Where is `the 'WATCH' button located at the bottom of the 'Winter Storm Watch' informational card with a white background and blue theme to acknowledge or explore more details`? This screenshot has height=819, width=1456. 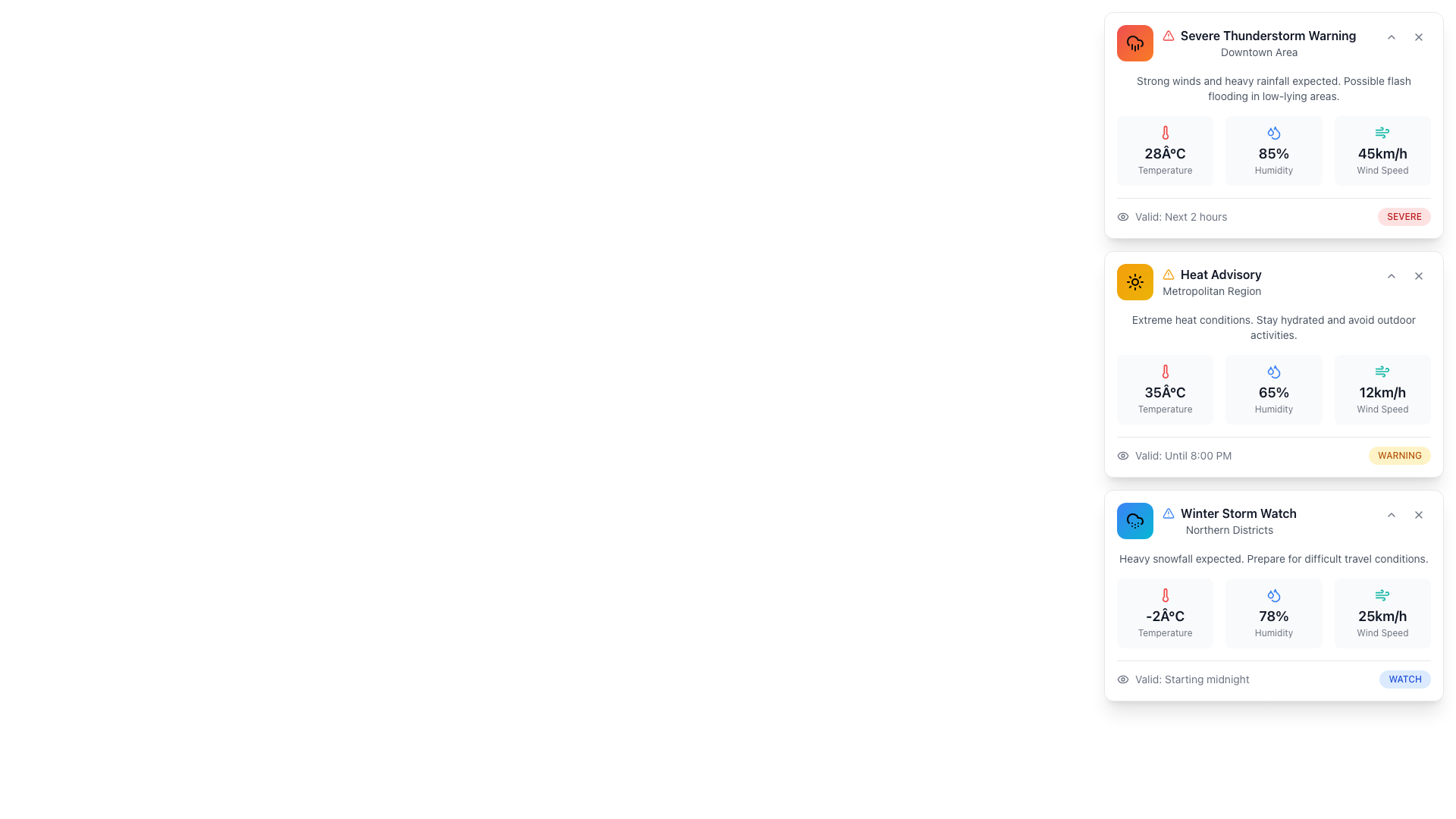 the 'WATCH' button located at the bottom of the 'Winter Storm Watch' informational card with a white background and blue theme to acknowledge or explore more details is located at coordinates (1274, 595).